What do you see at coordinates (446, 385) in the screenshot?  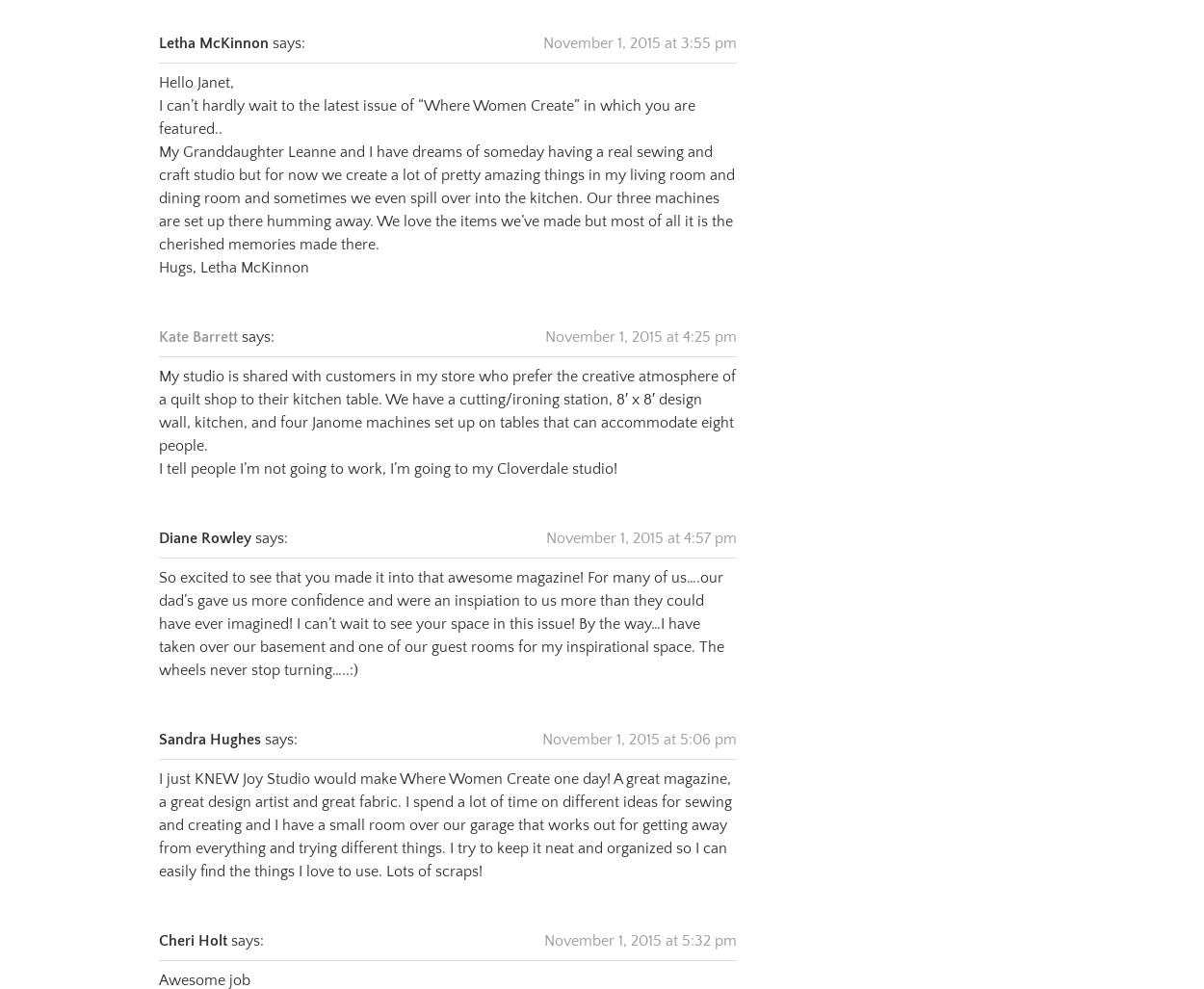 I see `'My studio is shared with customers in my store who prefer the creative atmosphere of a quilt shop to their kitchen table. We have a cutting/ironing station, 8′ x 8′ design wall, kitchen, and four Janome machines set up on tables that can accommodate eight people.'` at bounding box center [446, 385].